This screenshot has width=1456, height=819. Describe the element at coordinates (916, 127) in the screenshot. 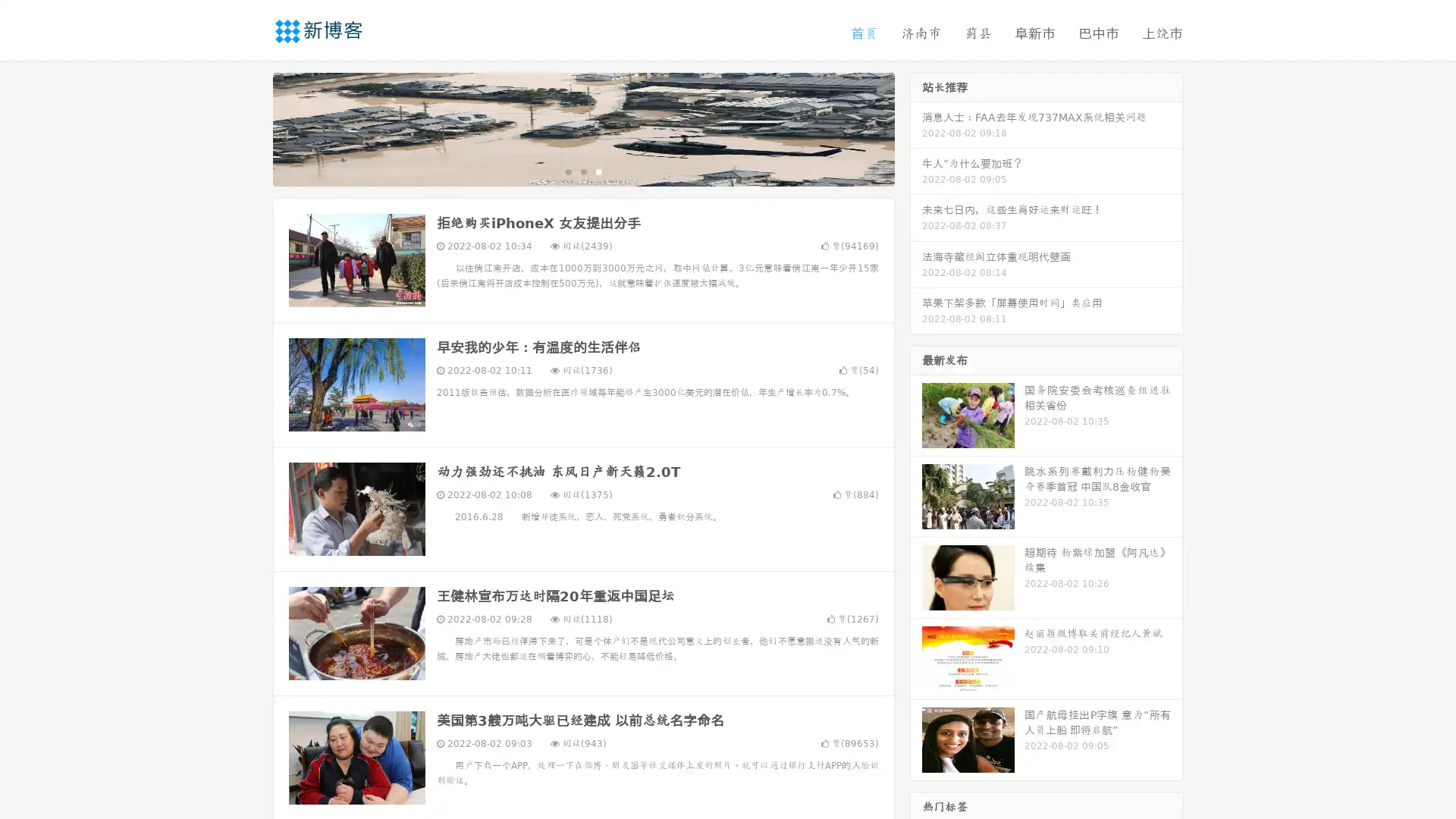

I see `Next slide` at that location.